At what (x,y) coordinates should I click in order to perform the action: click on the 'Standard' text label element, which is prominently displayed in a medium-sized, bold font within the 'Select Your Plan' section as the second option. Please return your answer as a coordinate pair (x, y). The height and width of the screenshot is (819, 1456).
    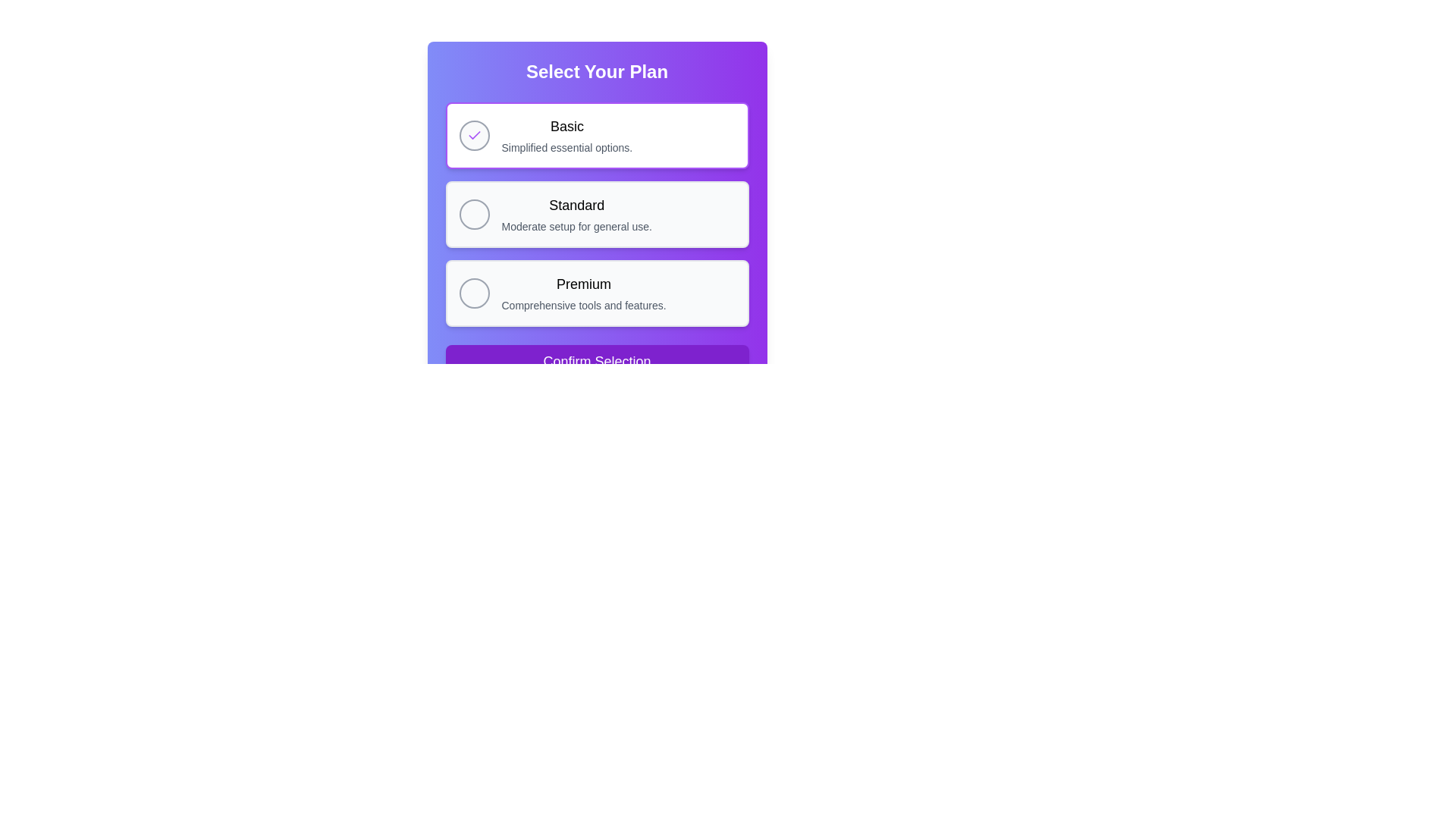
    Looking at the image, I should click on (576, 205).